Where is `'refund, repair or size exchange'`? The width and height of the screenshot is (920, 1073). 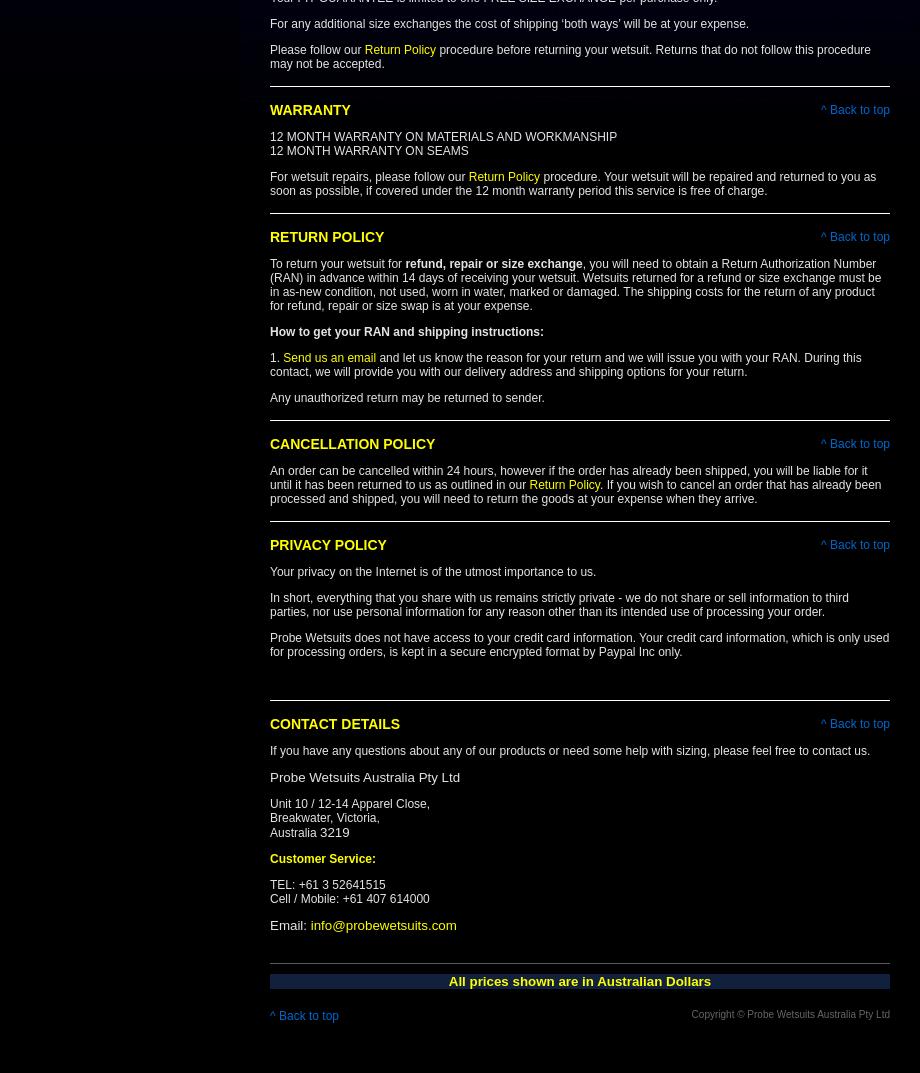 'refund, repair or size exchange' is located at coordinates (493, 262).